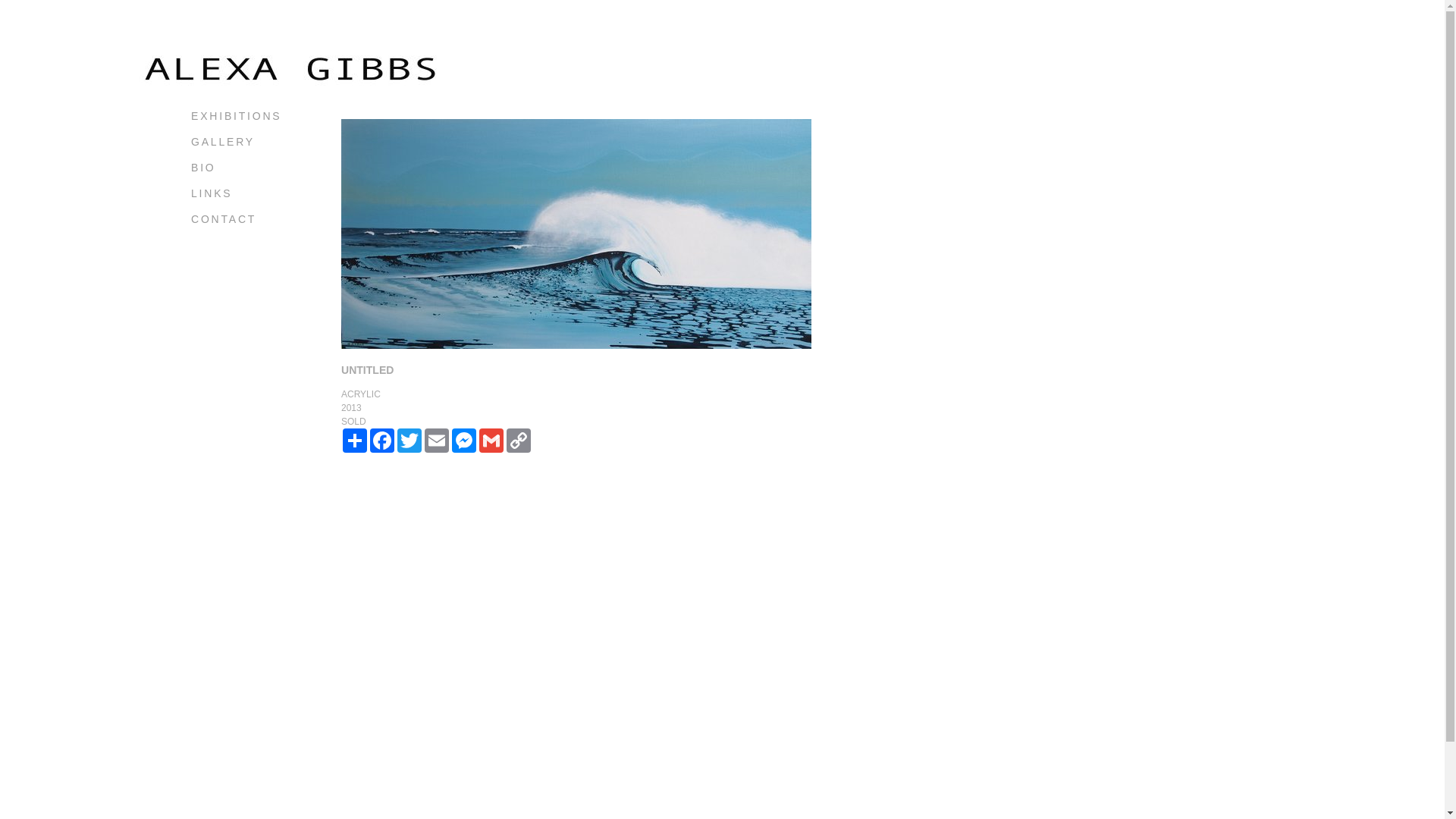  Describe the element at coordinates (409, 441) in the screenshot. I see `'TWITTER'` at that location.